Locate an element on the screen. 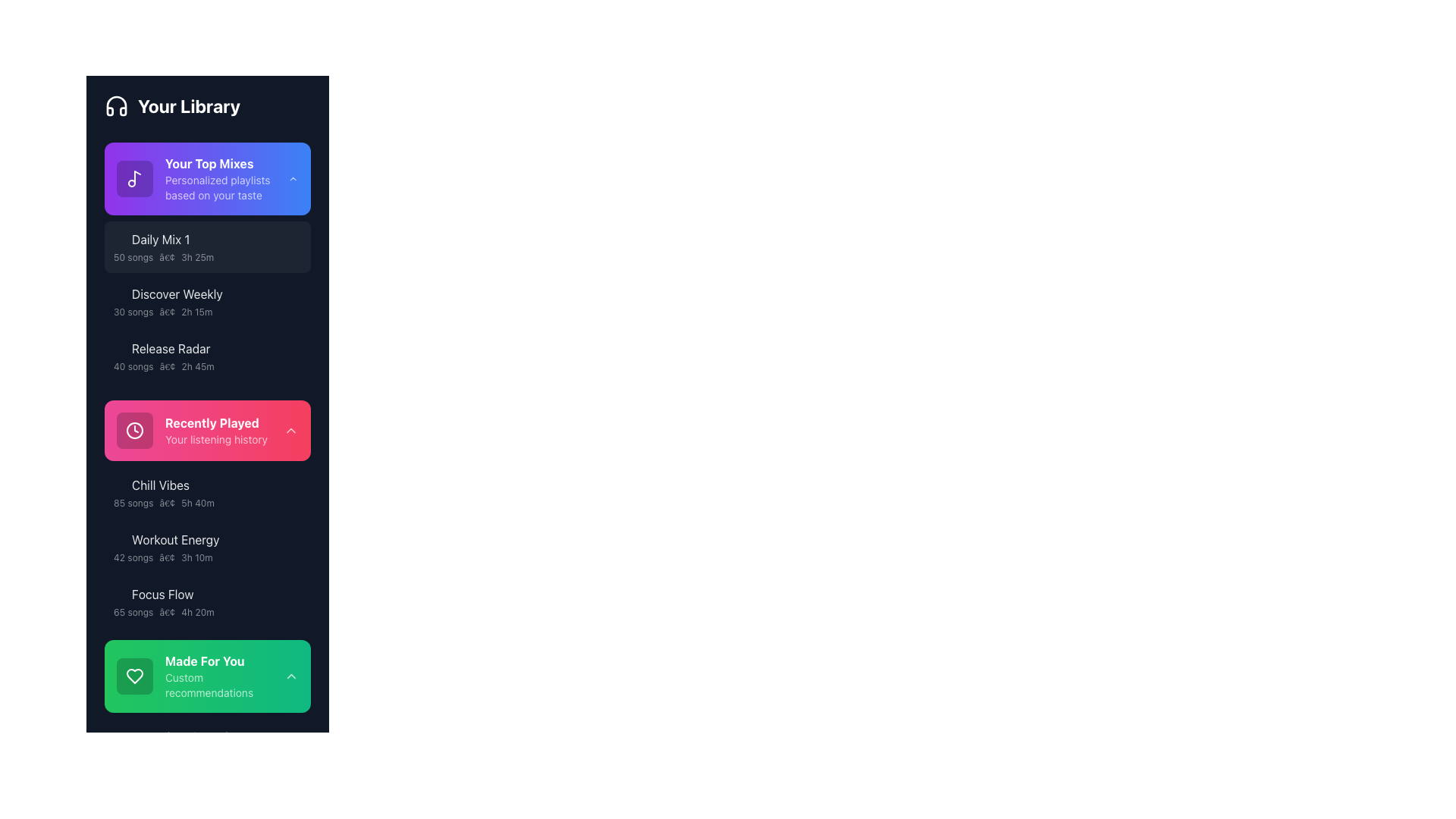  the bullet point text separator that visually divides the textual elements '40 songs' and '2h 45m' is located at coordinates (167, 366).